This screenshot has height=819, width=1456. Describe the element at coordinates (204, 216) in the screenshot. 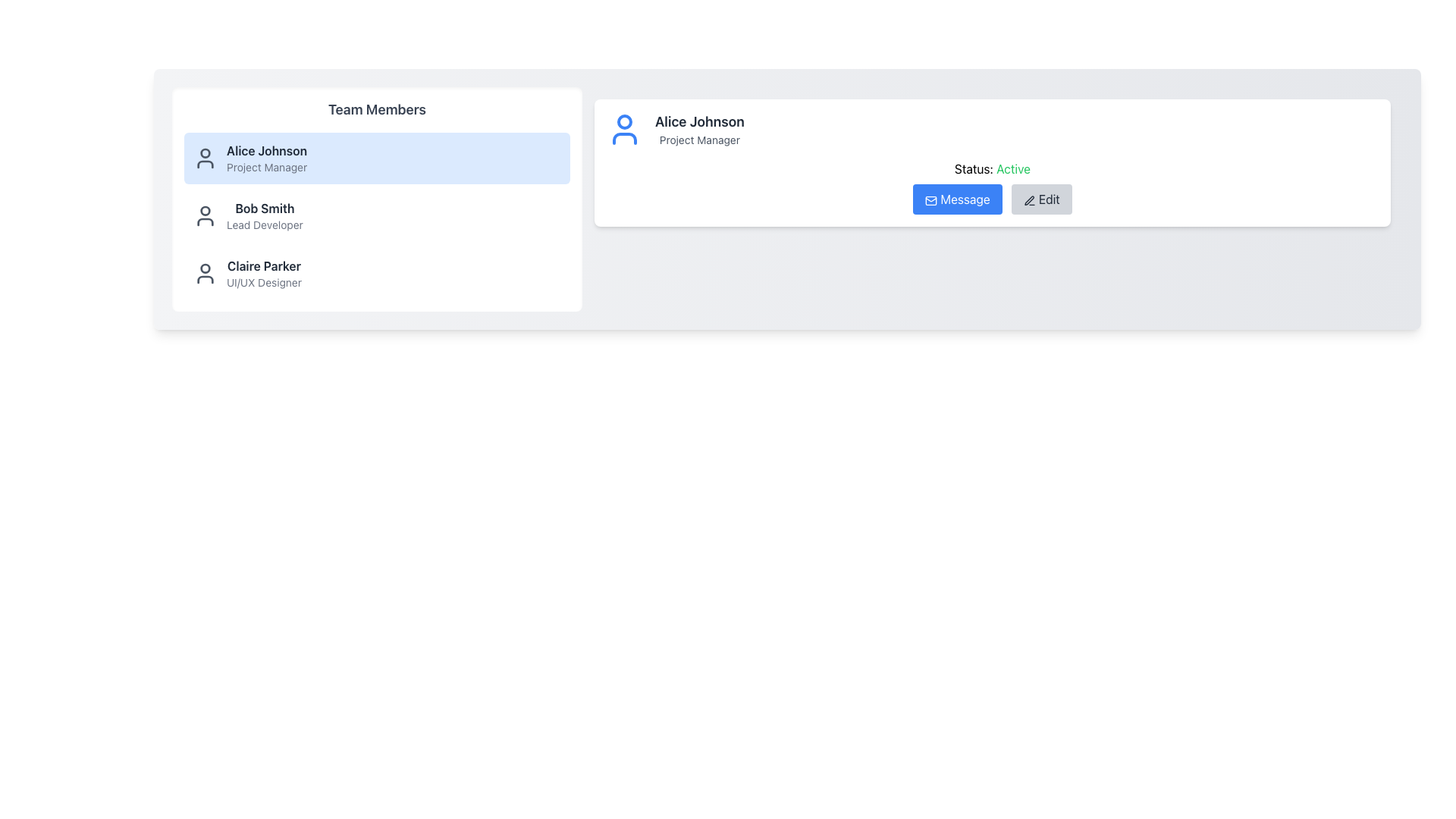

I see `the icon representing team member 'Bob Smith', which is the leftmost component in the team member section, located between 'Alice Johnson' and 'Claire Parker'` at that location.